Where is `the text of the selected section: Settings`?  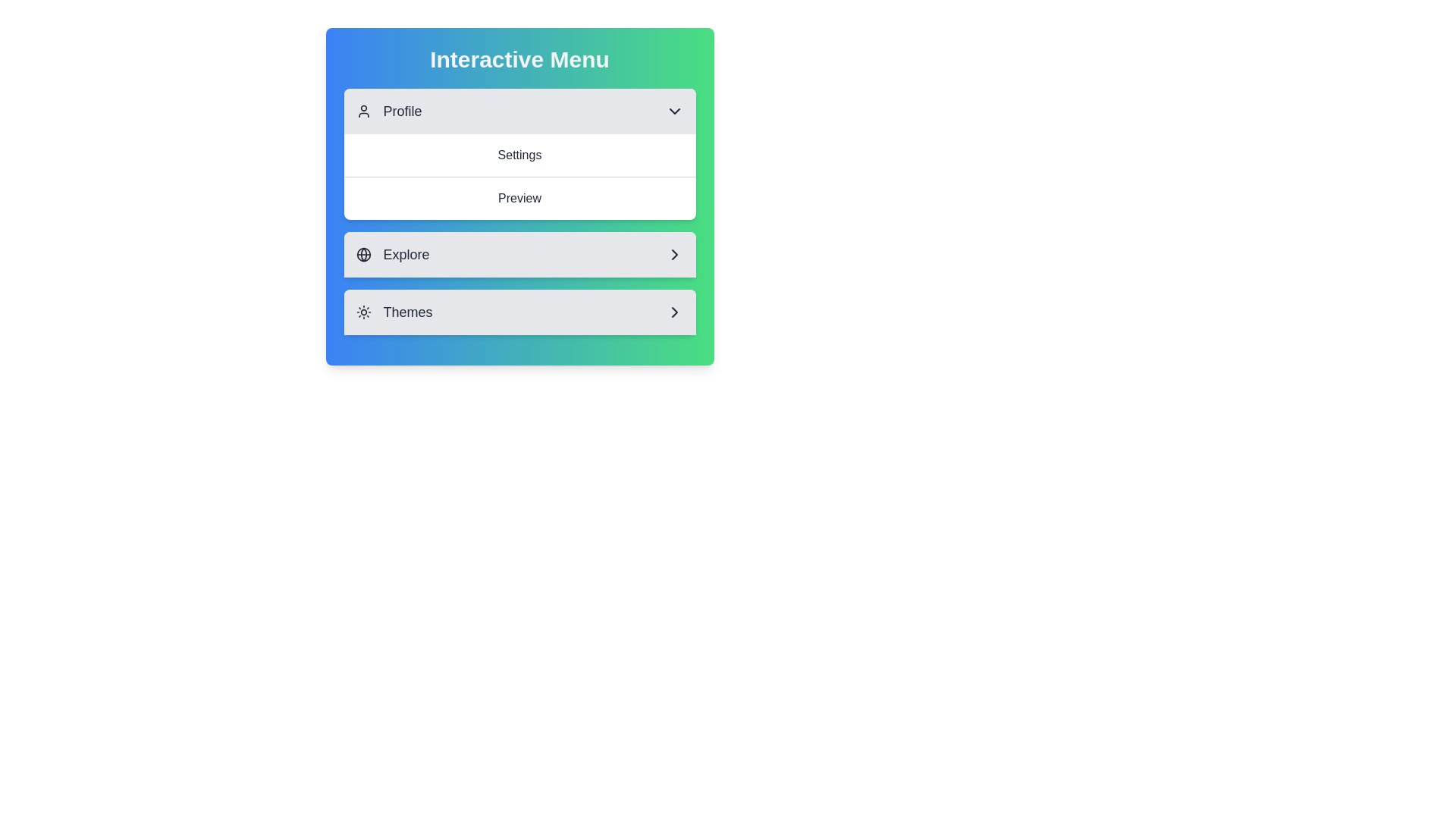 the text of the selected section: Settings is located at coordinates (519, 155).